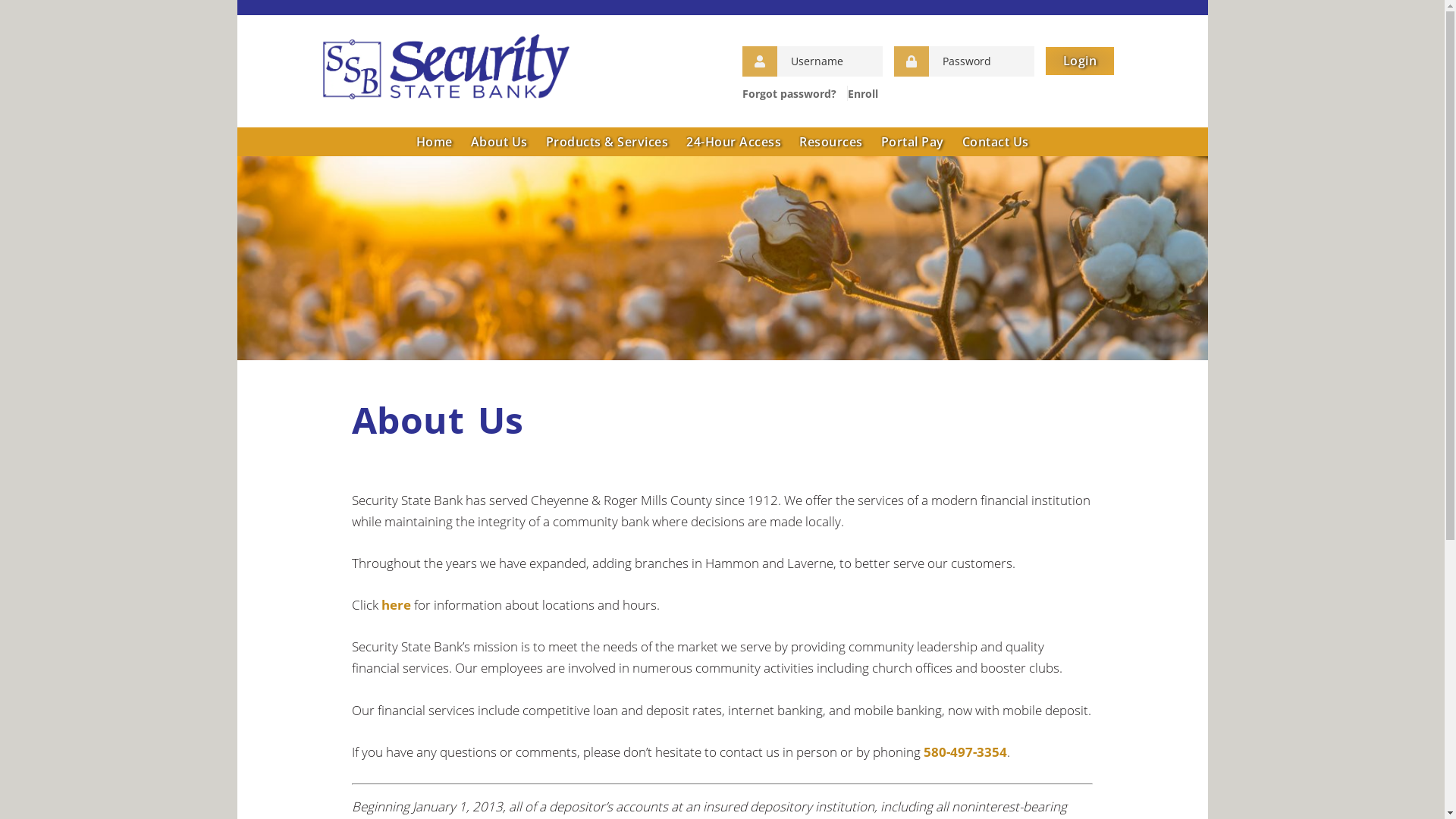  What do you see at coordinates (676, 141) in the screenshot?
I see `'24-Hour Access'` at bounding box center [676, 141].